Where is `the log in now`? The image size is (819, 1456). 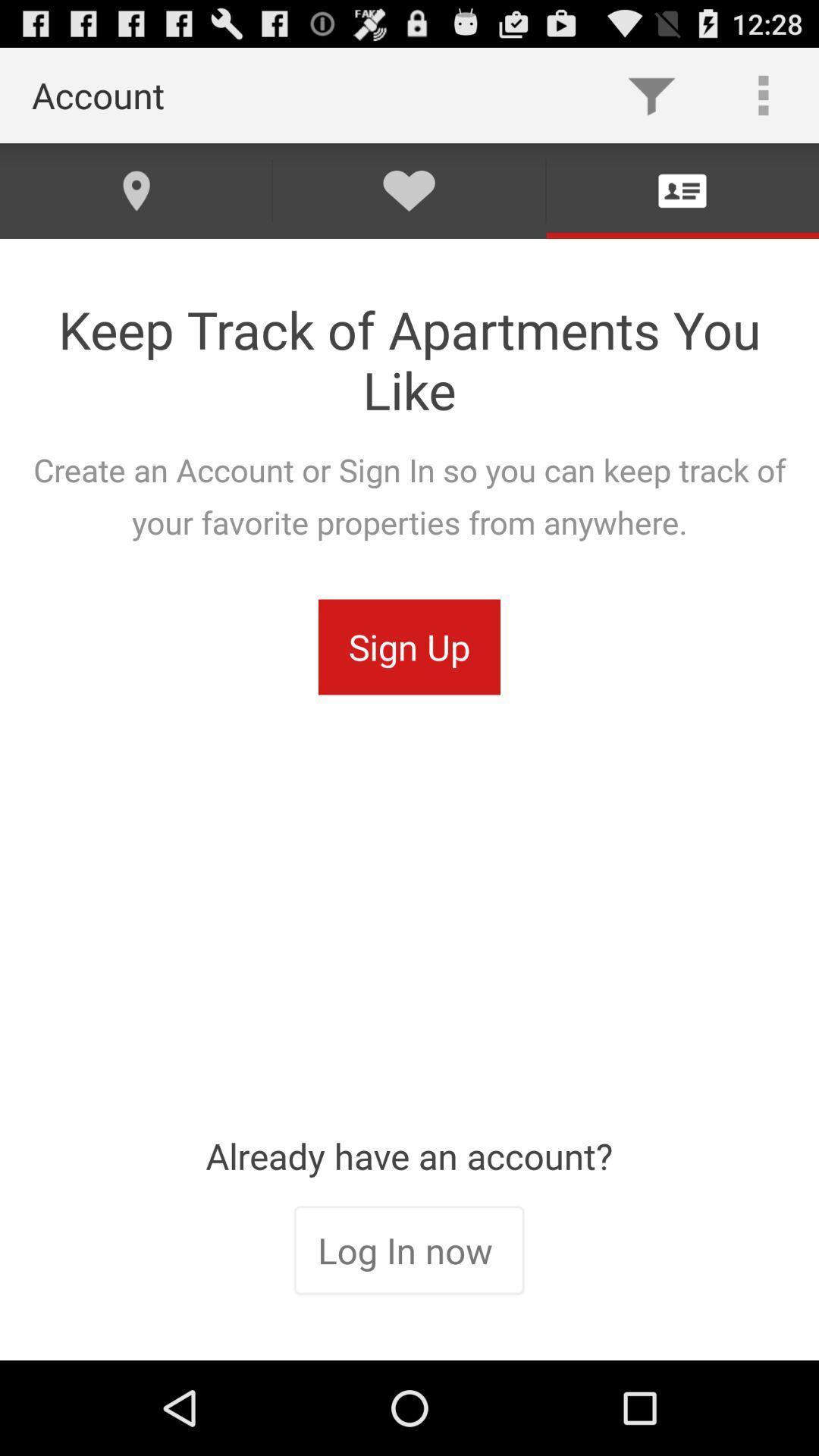 the log in now is located at coordinates (408, 1252).